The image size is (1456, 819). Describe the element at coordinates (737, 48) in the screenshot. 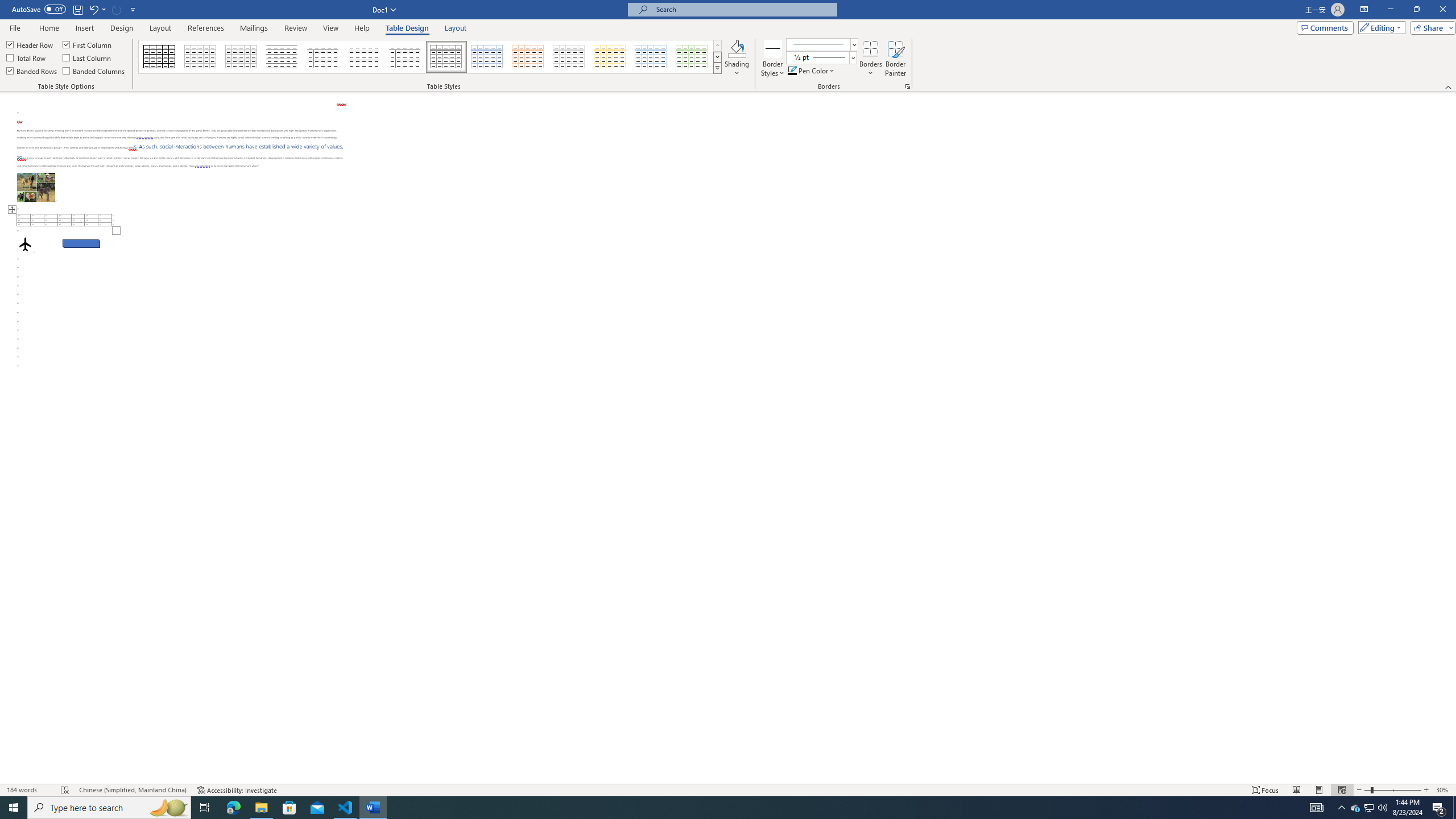

I see `'Shading RGB(0, 0, 0)'` at that location.